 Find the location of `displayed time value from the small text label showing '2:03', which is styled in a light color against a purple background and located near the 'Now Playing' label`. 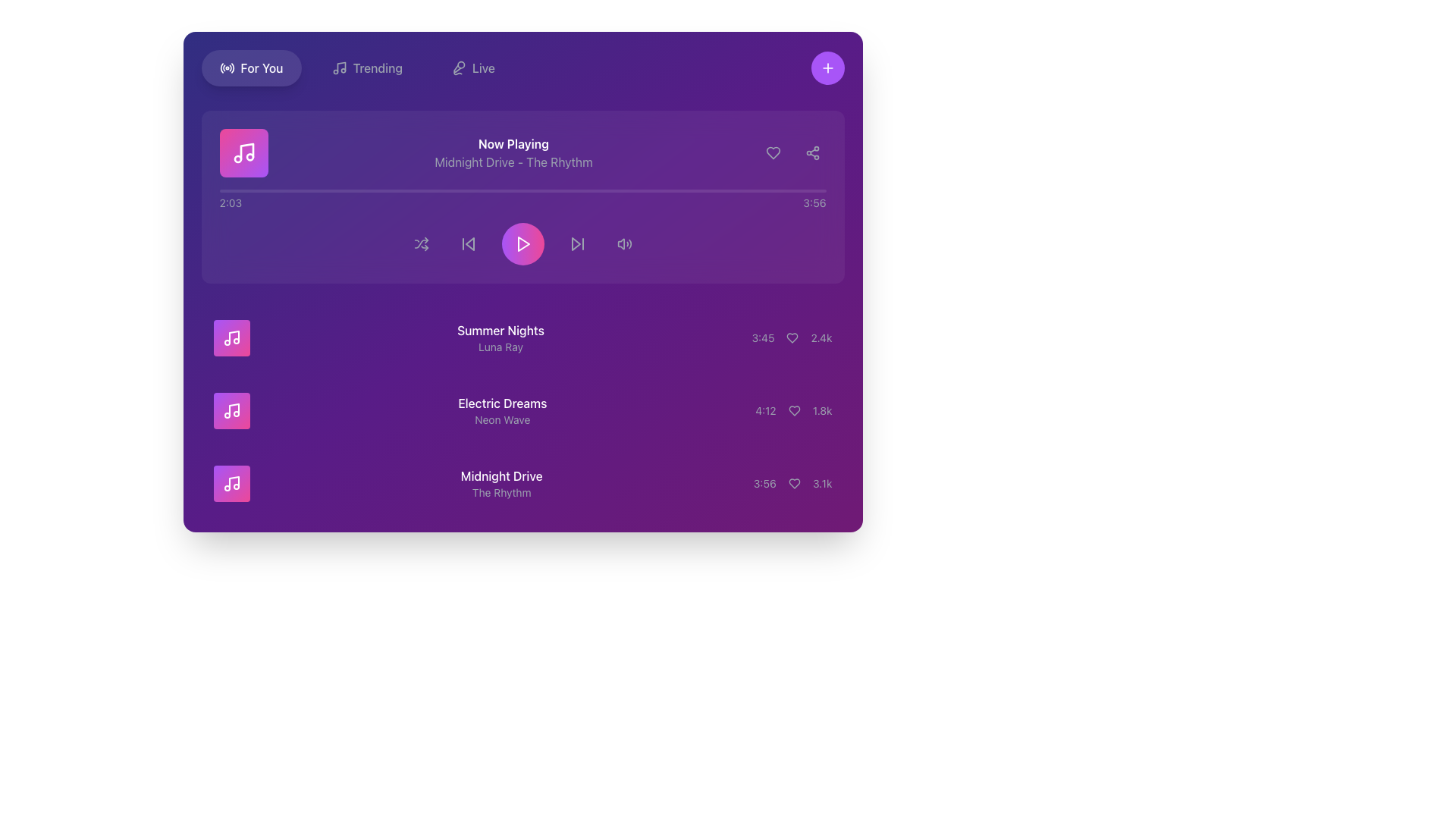

displayed time value from the small text label showing '2:03', which is styled in a light color against a purple background and located near the 'Now Playing' label is located at coordinates (230, 202).